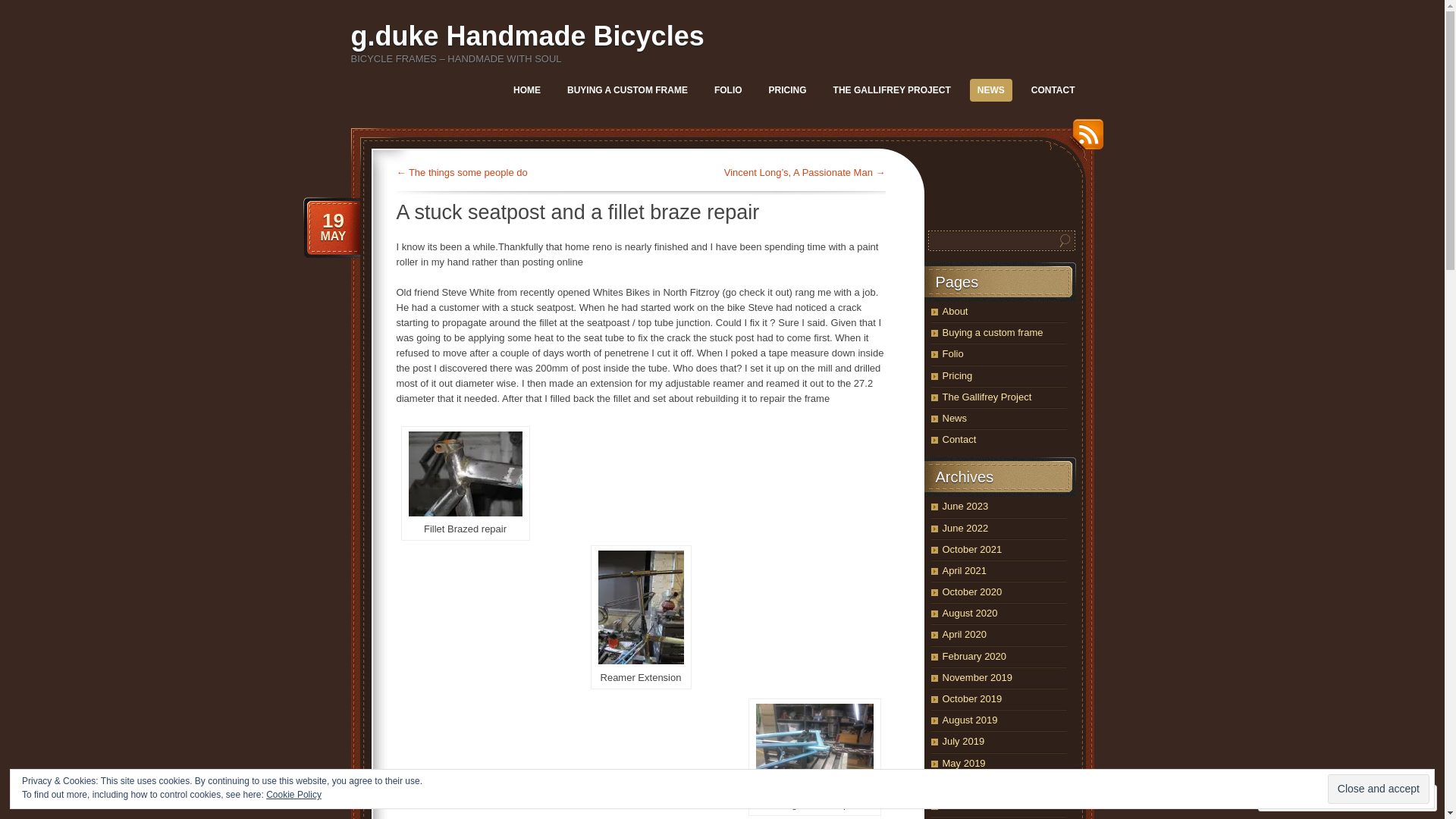  I want to click on 'April 2021', so click(963, 570).